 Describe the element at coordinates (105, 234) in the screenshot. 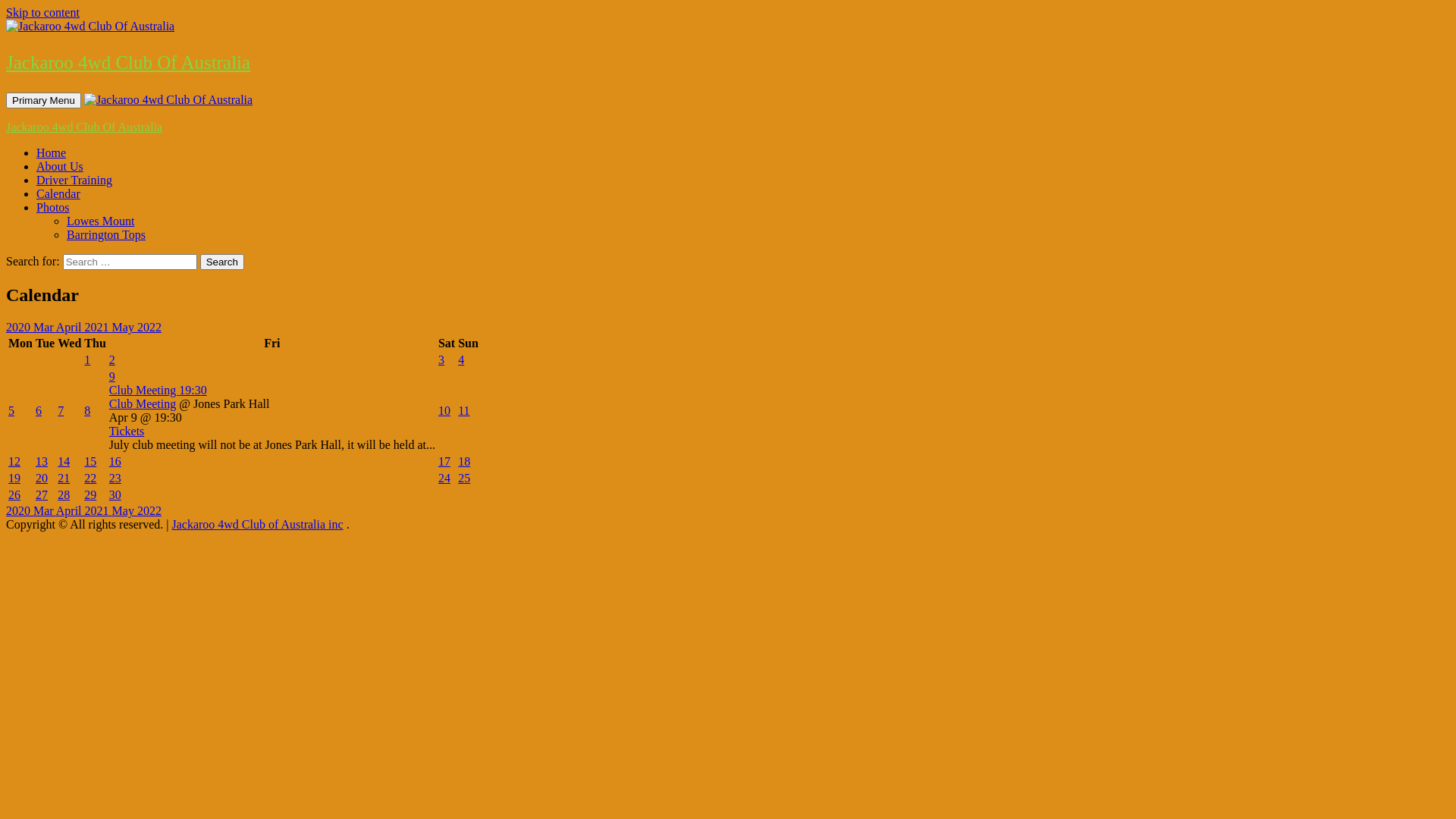

I see `'Barrington Tops'` at that location.